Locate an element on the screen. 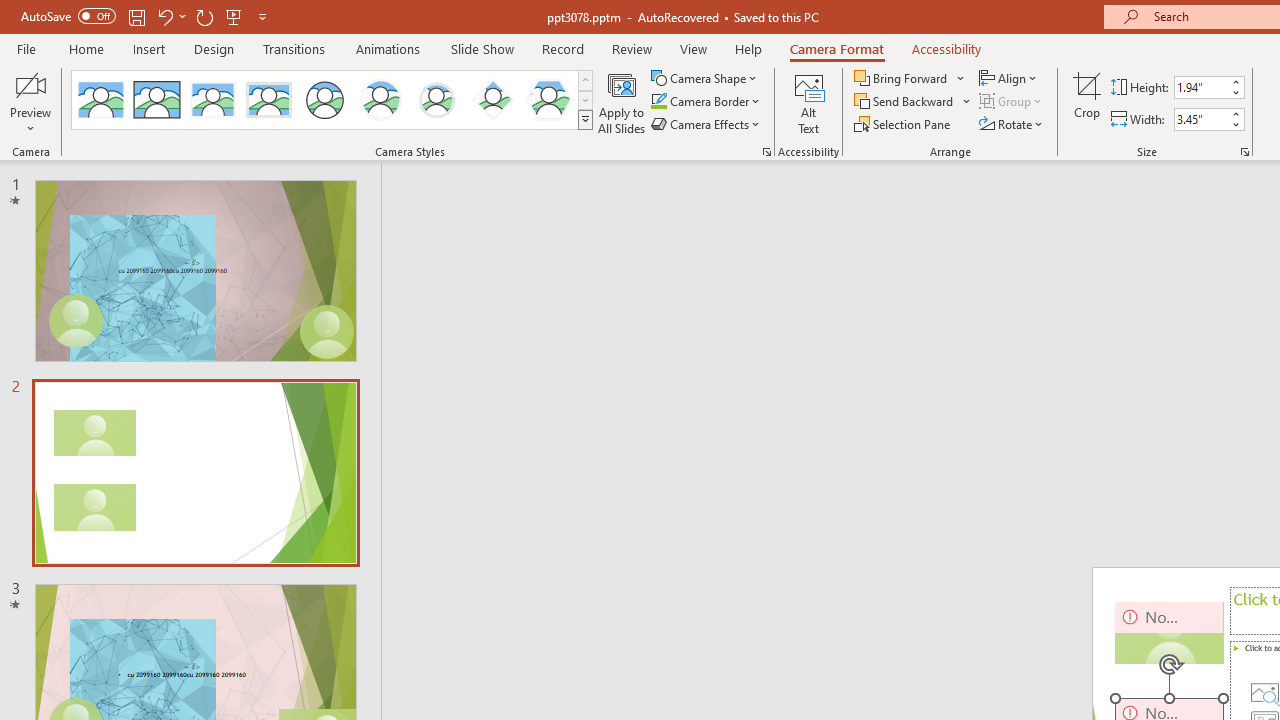  'Camera Effects' is located at coordinates (707, 124).